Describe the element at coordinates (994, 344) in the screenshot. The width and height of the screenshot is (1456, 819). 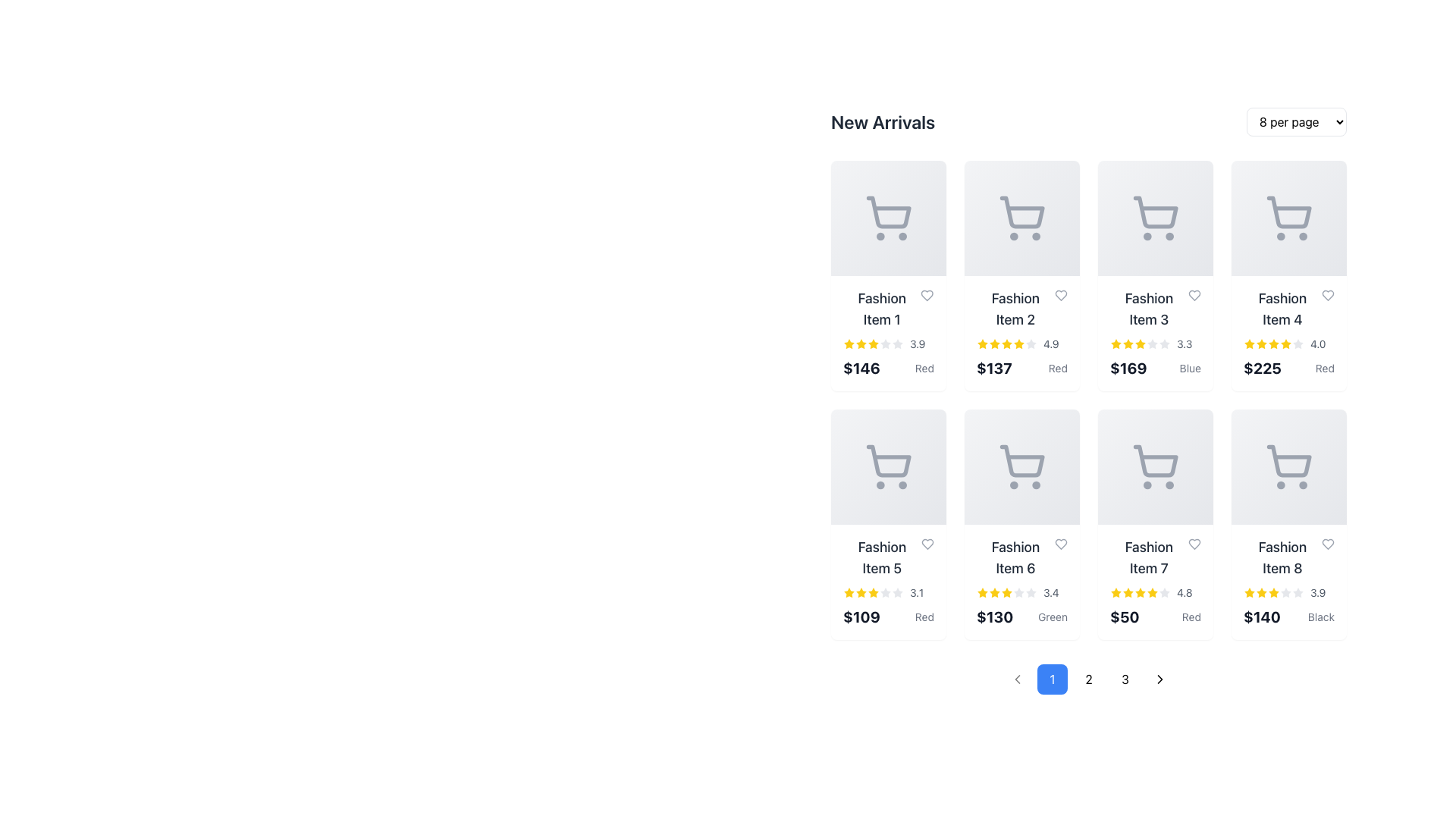
I see `the third star icon in the five-star rating system for the product labeled 'Fashion Item 2'` at that location.